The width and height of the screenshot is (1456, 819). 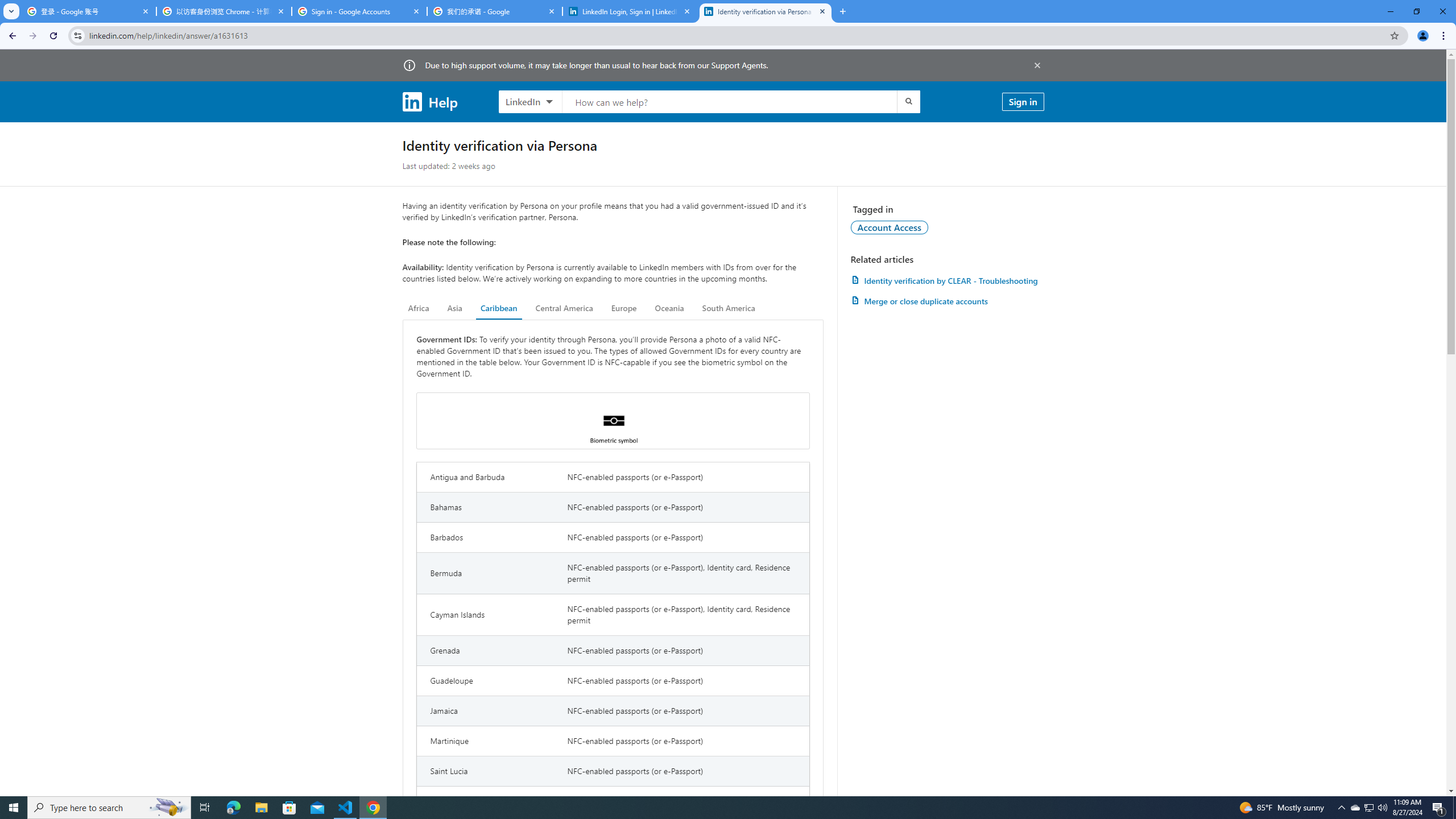 What do you see at coordinates (623, 308) in the screenshot?
I see `'Europe'` at bounding box center [623, 308].